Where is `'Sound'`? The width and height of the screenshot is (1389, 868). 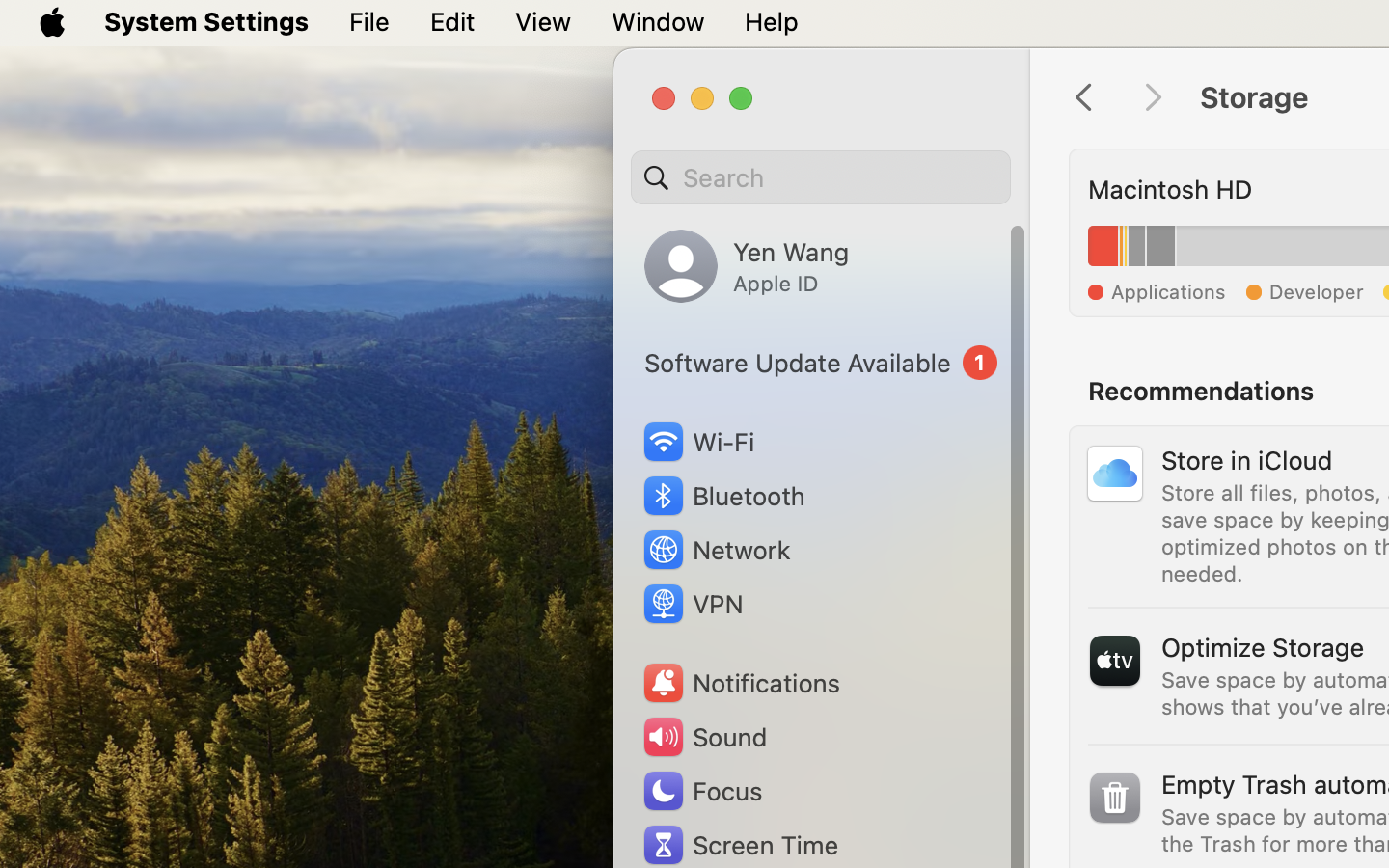 'Sound' is located at coordinates (702, 736).